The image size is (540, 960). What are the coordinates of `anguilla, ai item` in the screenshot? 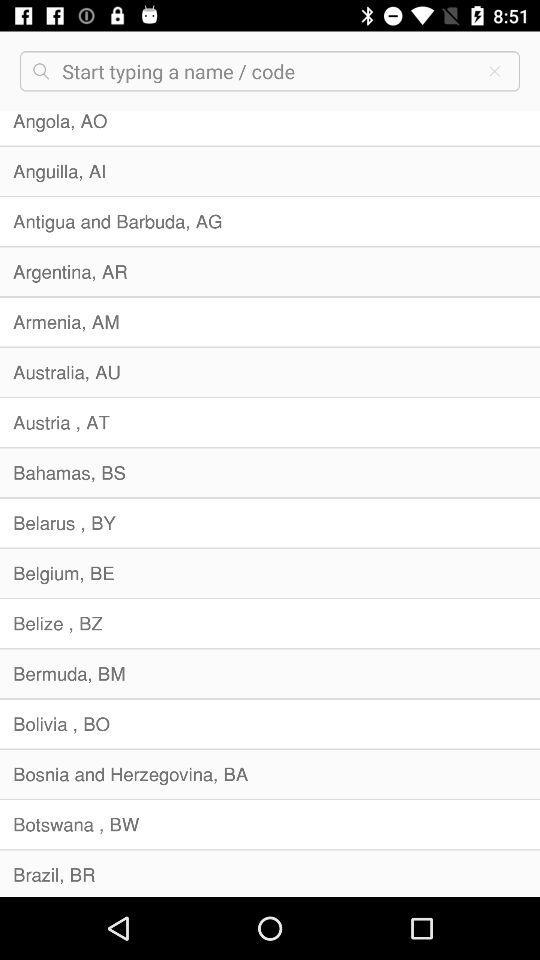 It's located at (270, 170).